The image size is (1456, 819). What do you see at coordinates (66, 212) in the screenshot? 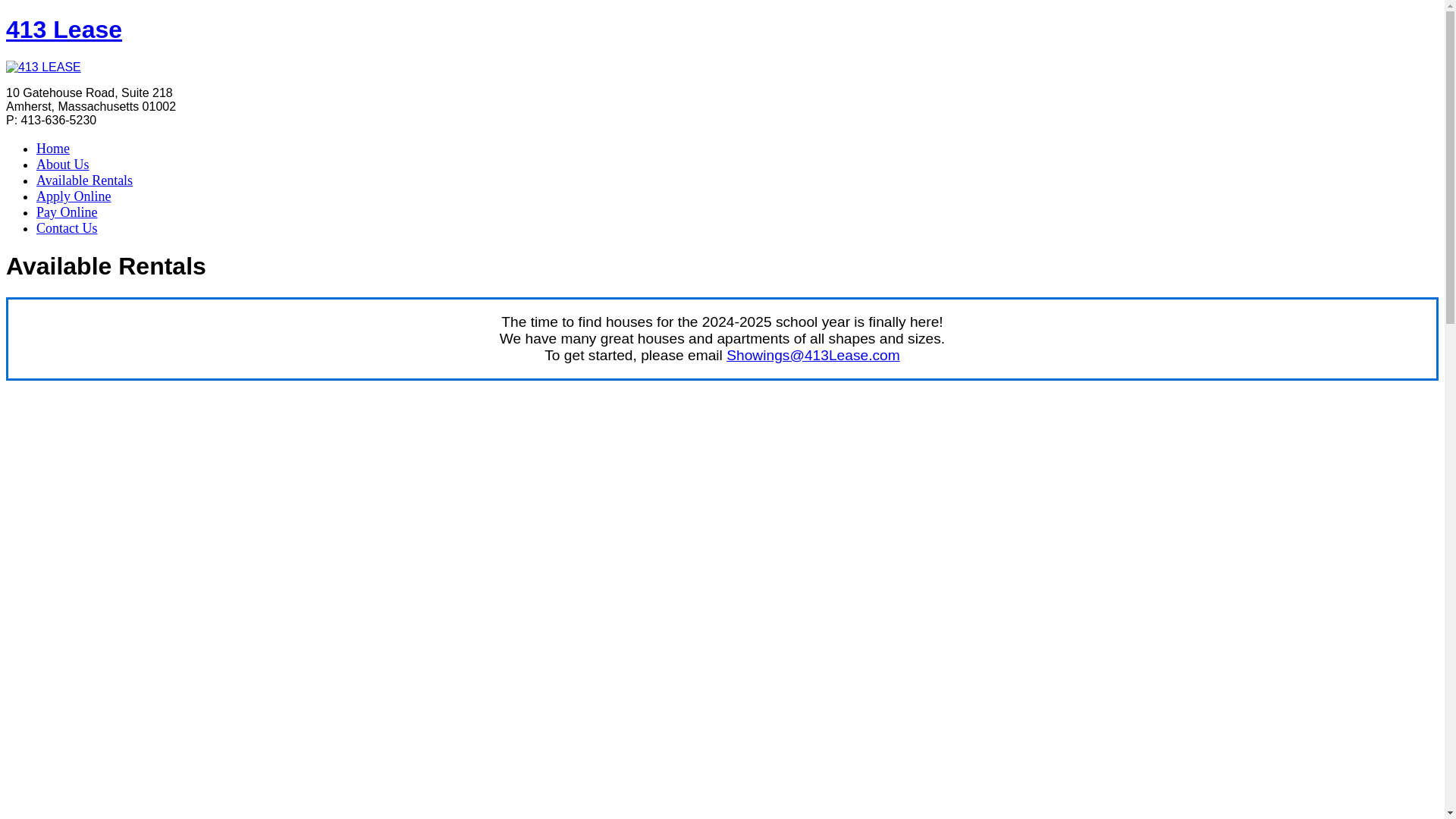
I see `'Pay Online'` at bounding box center [66, 212].